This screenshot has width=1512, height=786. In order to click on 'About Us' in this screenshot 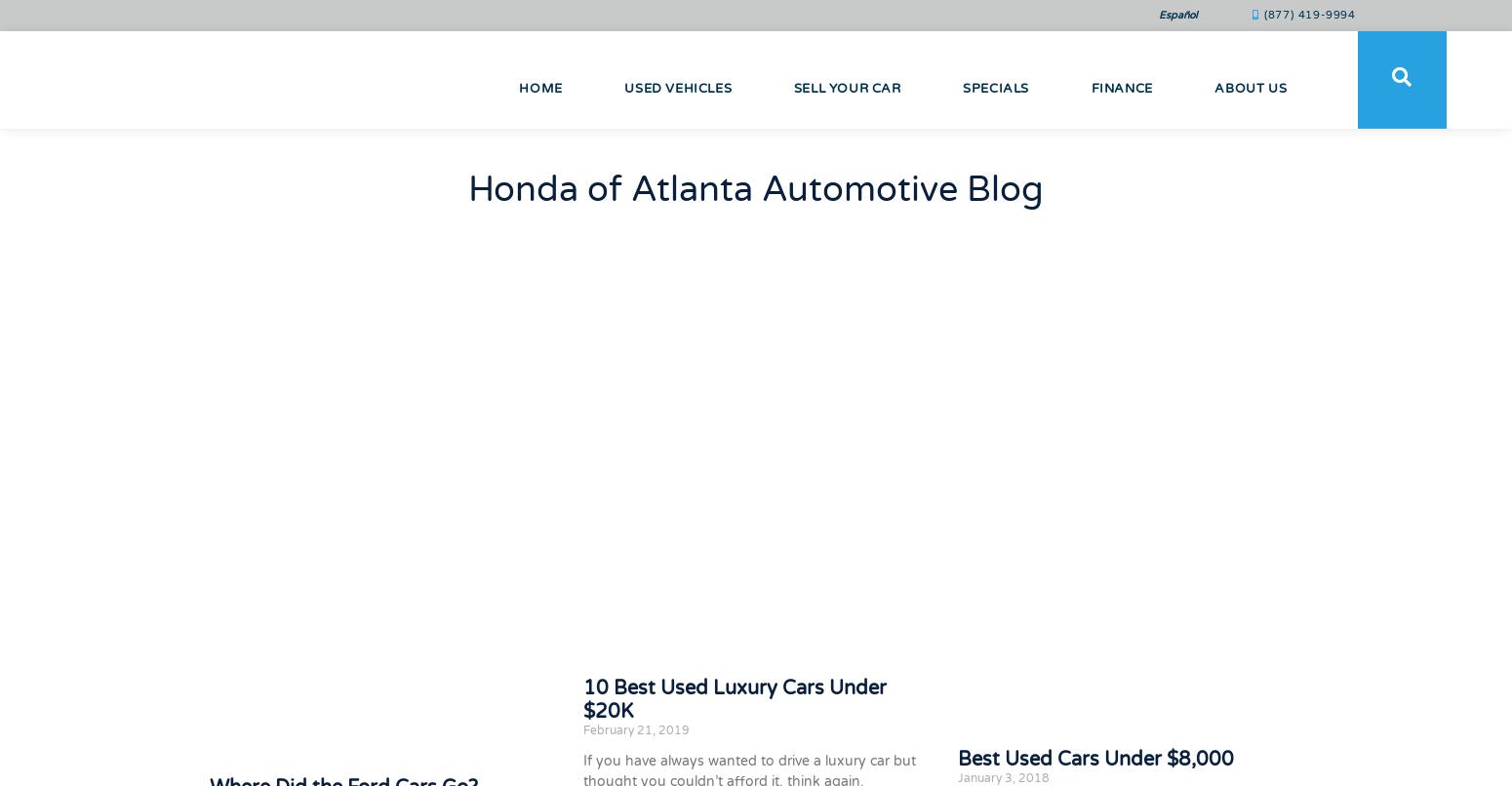, I will do `click(1250, 87)`.